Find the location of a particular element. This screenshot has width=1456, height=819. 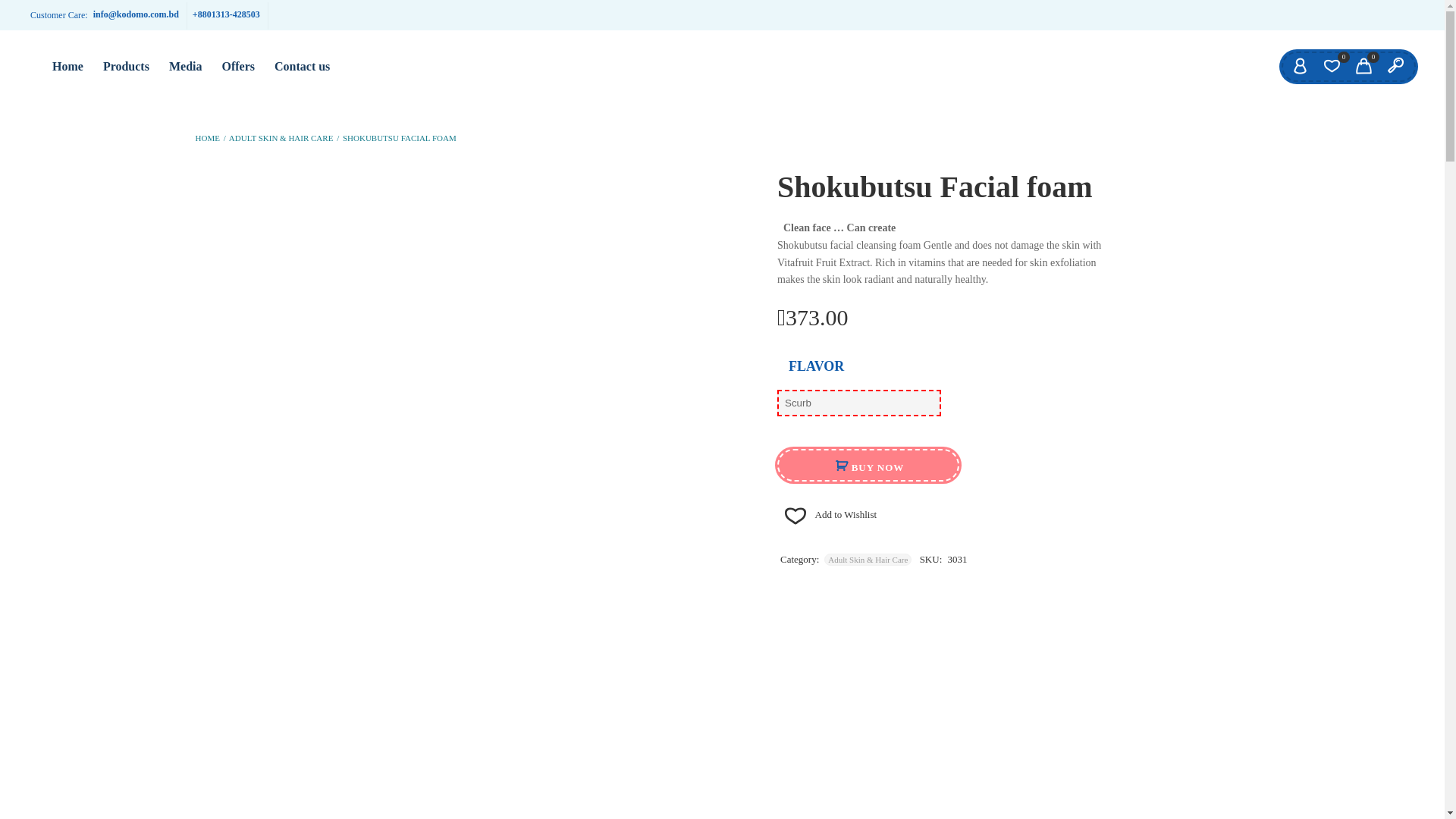

'My Account' is located at coordinates (1298, 66).